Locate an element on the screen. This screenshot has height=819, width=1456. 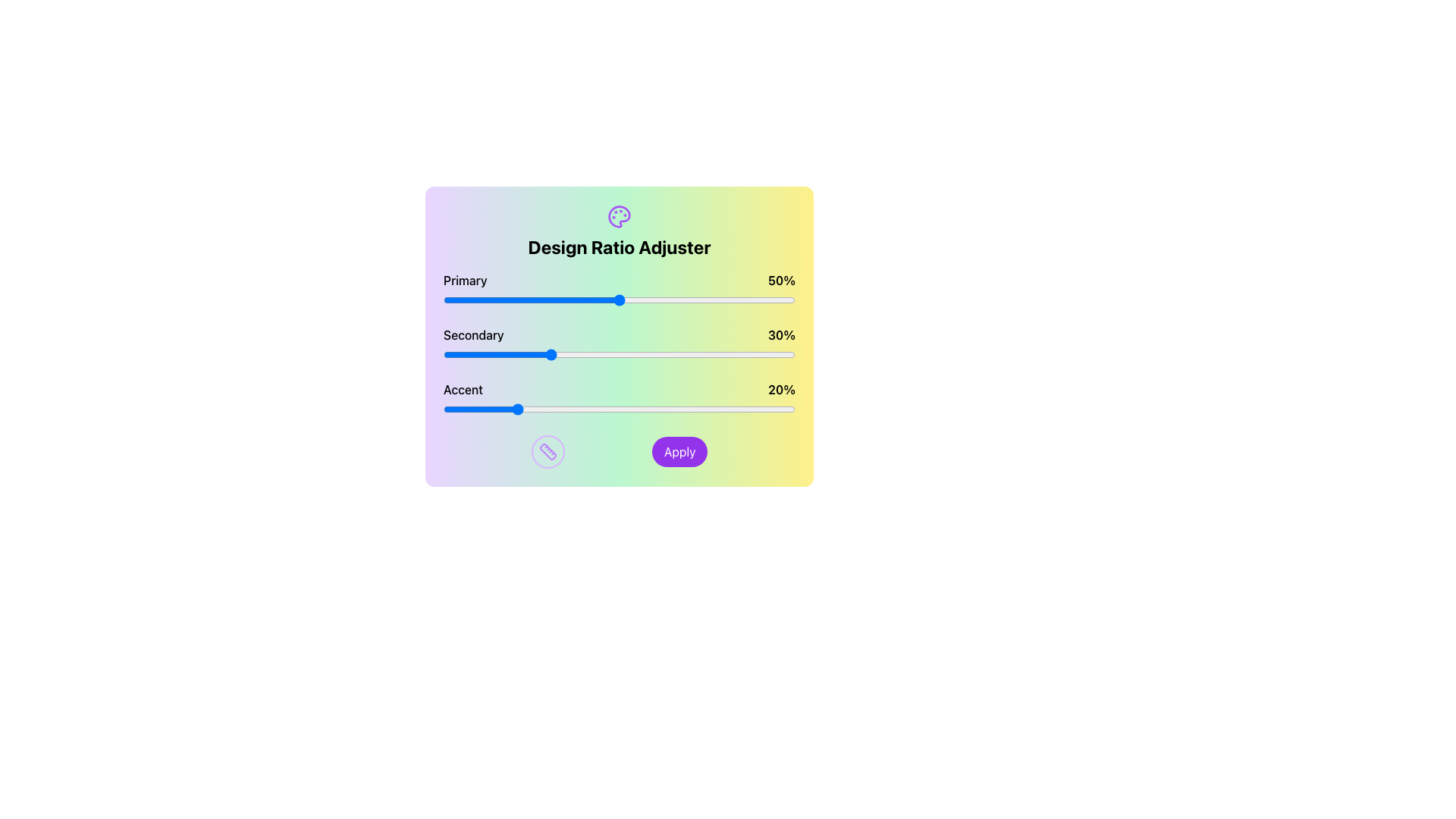
the non-interactive visual indicator icon that symbolizes measurement or adjustment, located to the left of the 'Apply' button is located at coordinates (547, 451).